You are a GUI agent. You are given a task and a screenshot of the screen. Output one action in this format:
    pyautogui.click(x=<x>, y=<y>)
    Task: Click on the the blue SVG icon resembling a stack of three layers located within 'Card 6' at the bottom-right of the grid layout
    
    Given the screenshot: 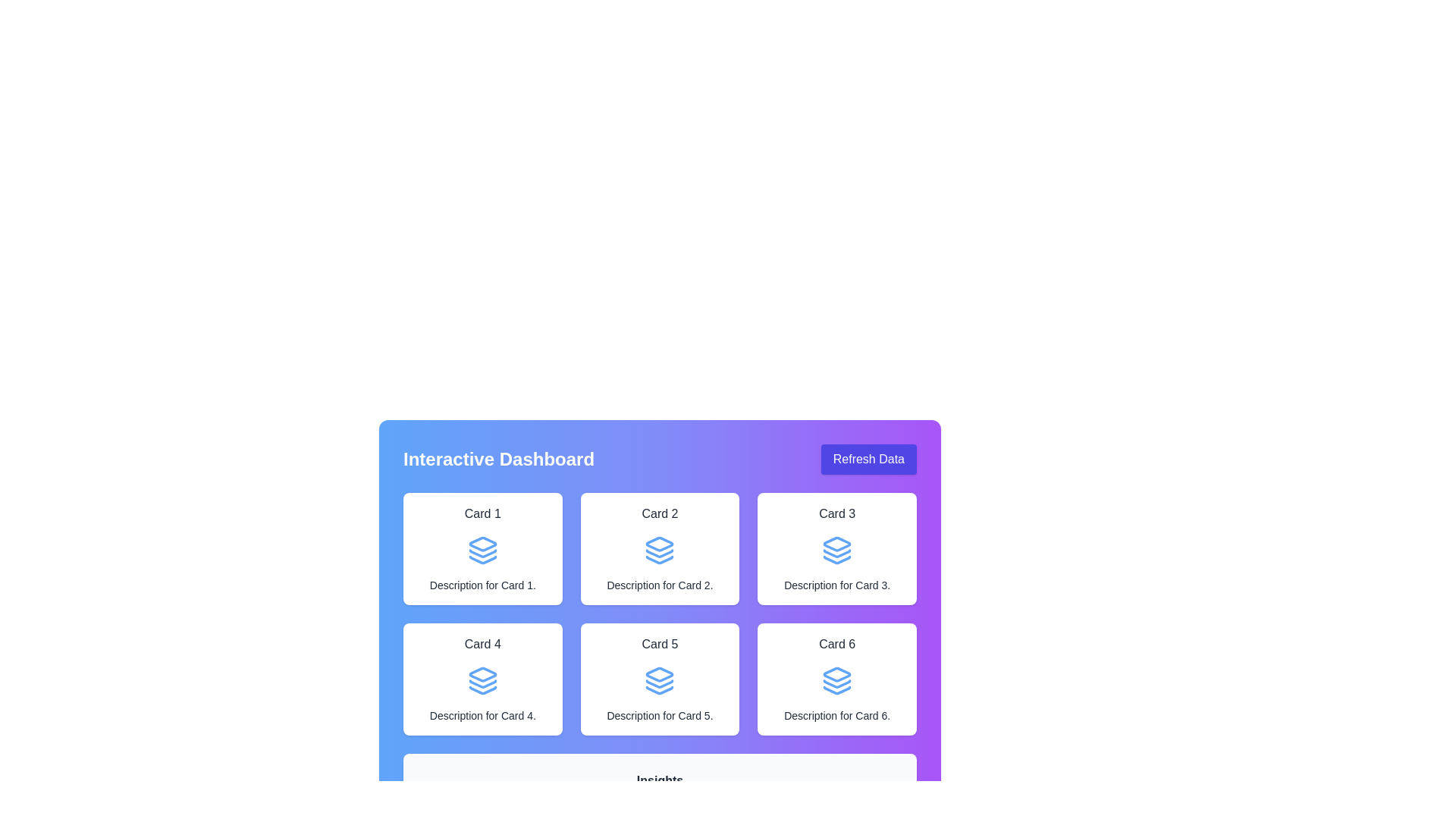 What is the action you would take?
    pyautogui.click(x=836, y=680)
    